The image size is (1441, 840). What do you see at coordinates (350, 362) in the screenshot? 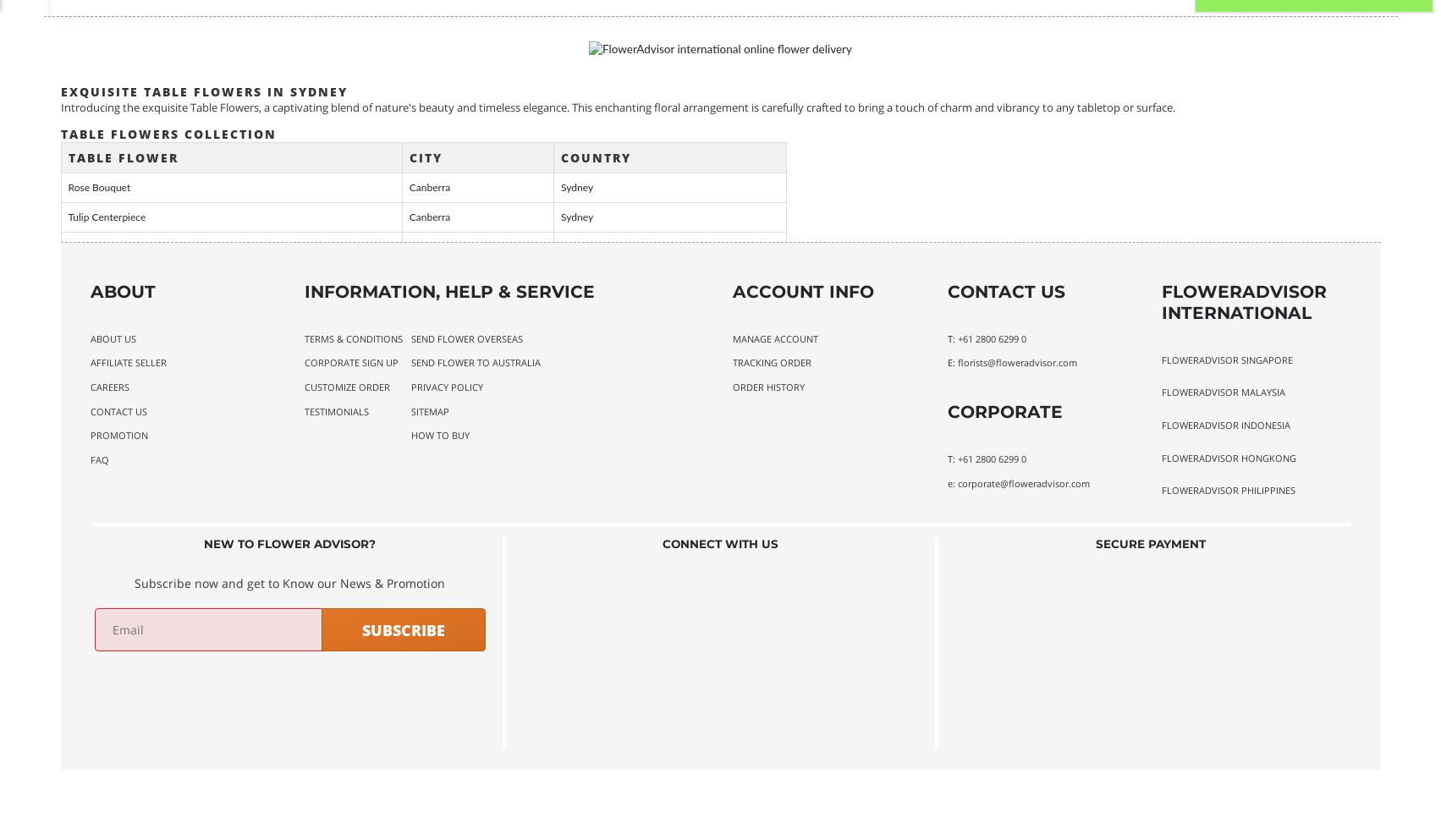
I see `'Corporate Sign Up'` at bounding box center [350, 362].